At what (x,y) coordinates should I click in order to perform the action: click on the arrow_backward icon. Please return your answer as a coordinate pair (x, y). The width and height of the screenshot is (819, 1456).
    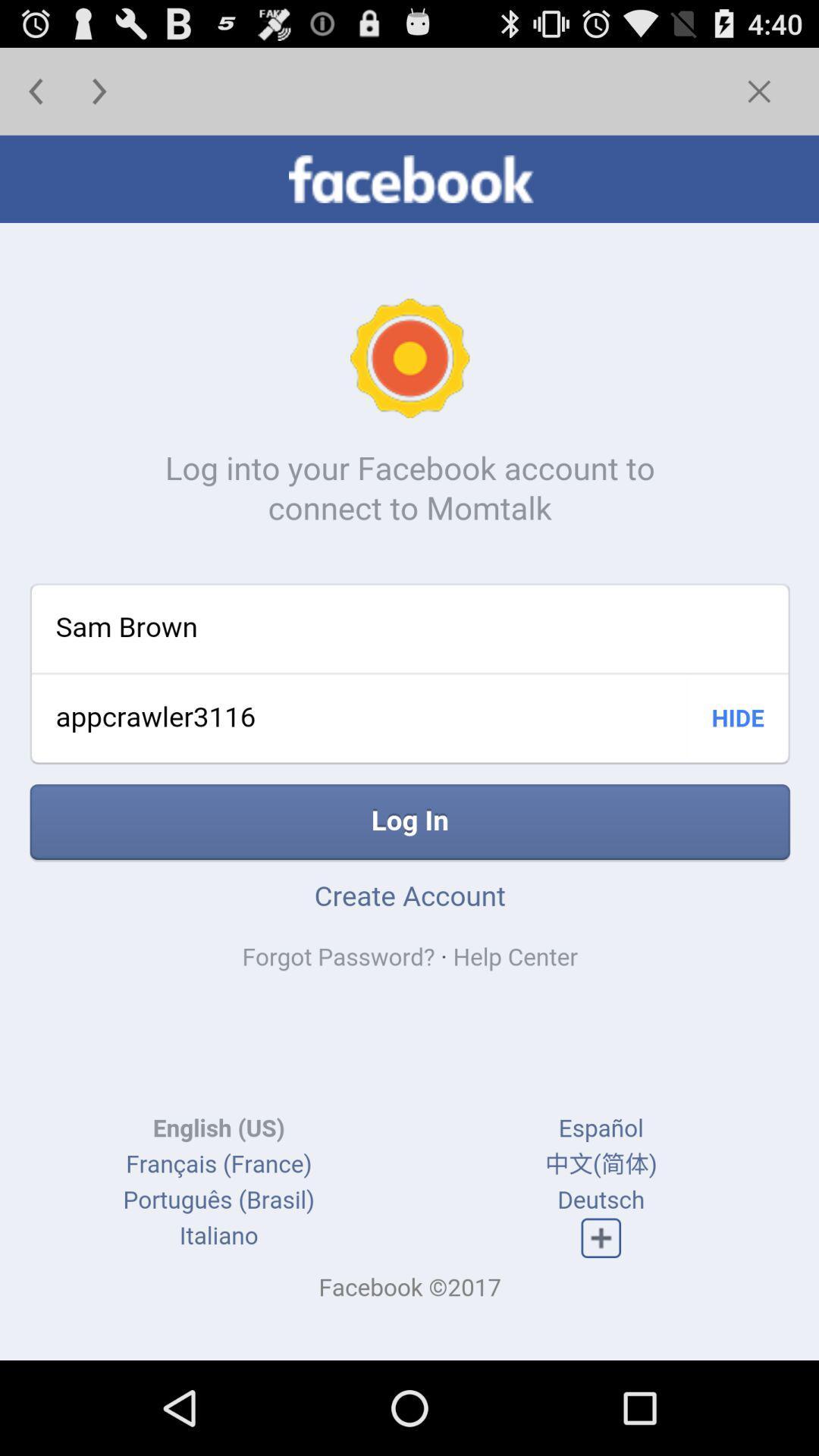
    Looking at the image, I should click on (35, 97).